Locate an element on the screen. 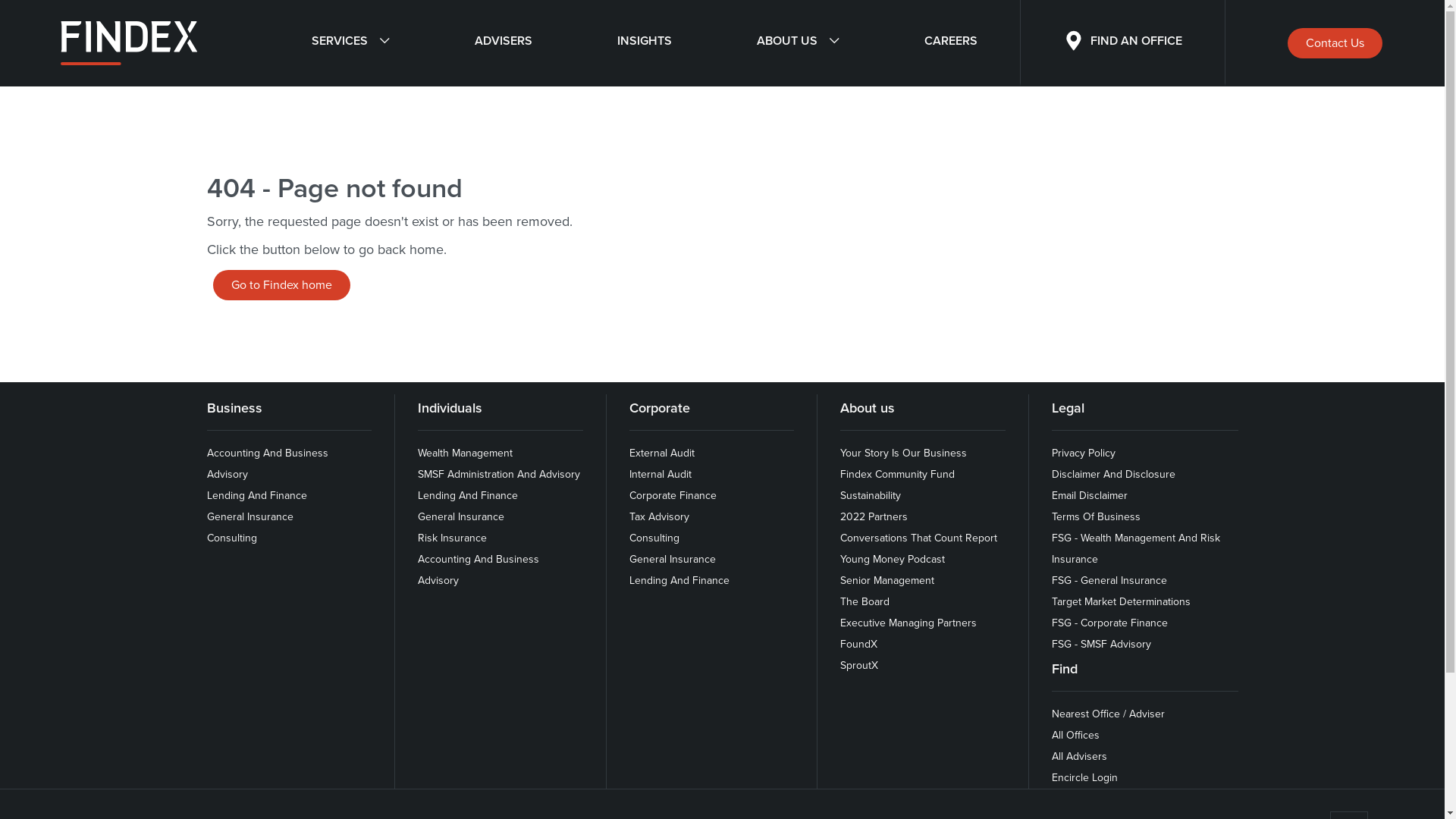  'Sustainability' is located at coordinates (870, 495).